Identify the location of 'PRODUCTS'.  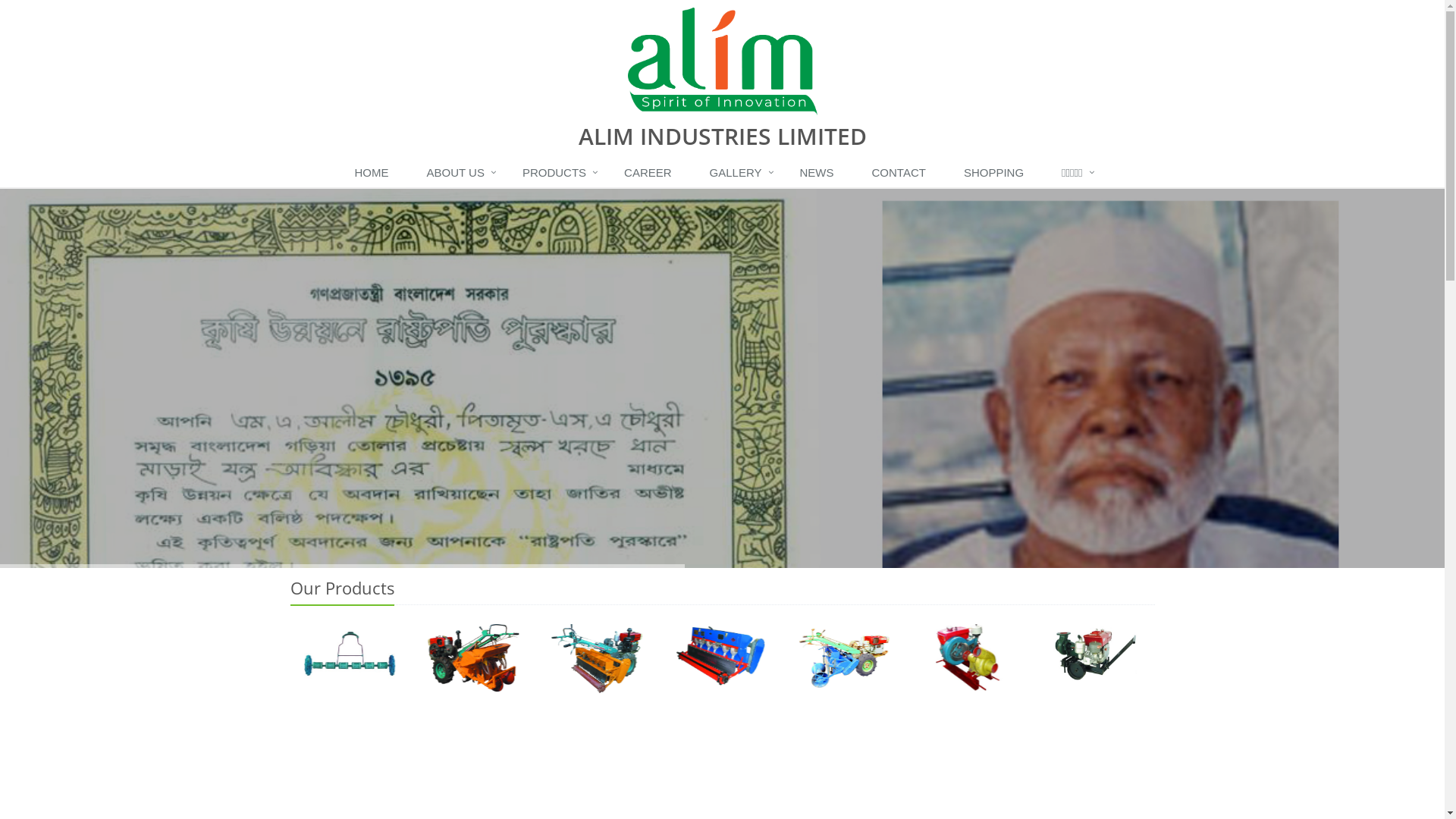
(557, 172).